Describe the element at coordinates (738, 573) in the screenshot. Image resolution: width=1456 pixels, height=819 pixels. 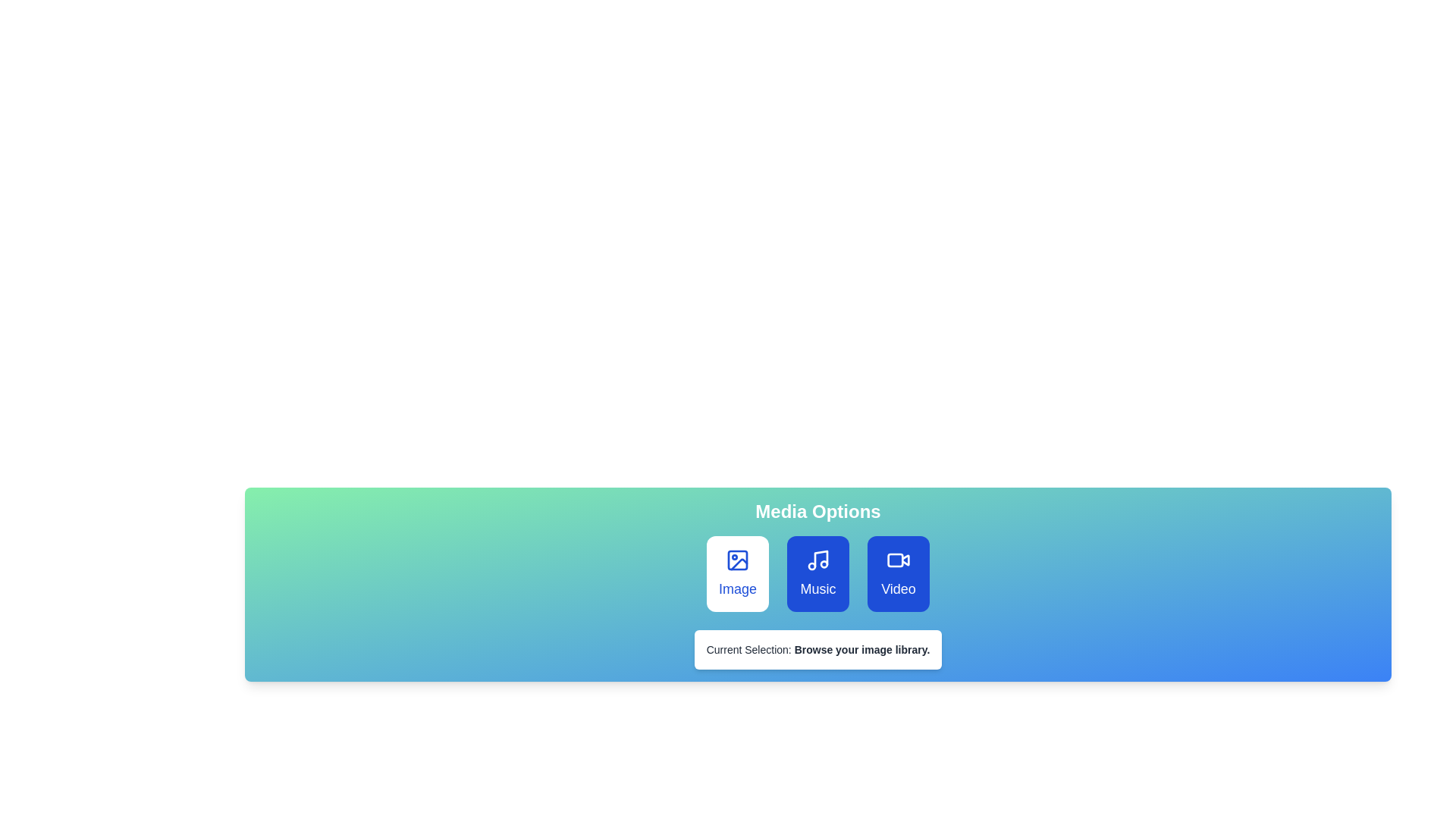
I see `the first button labeled 'Image' which is a rounded rectangular button with a white background and blue text, featuring an icon at the top` at that location.